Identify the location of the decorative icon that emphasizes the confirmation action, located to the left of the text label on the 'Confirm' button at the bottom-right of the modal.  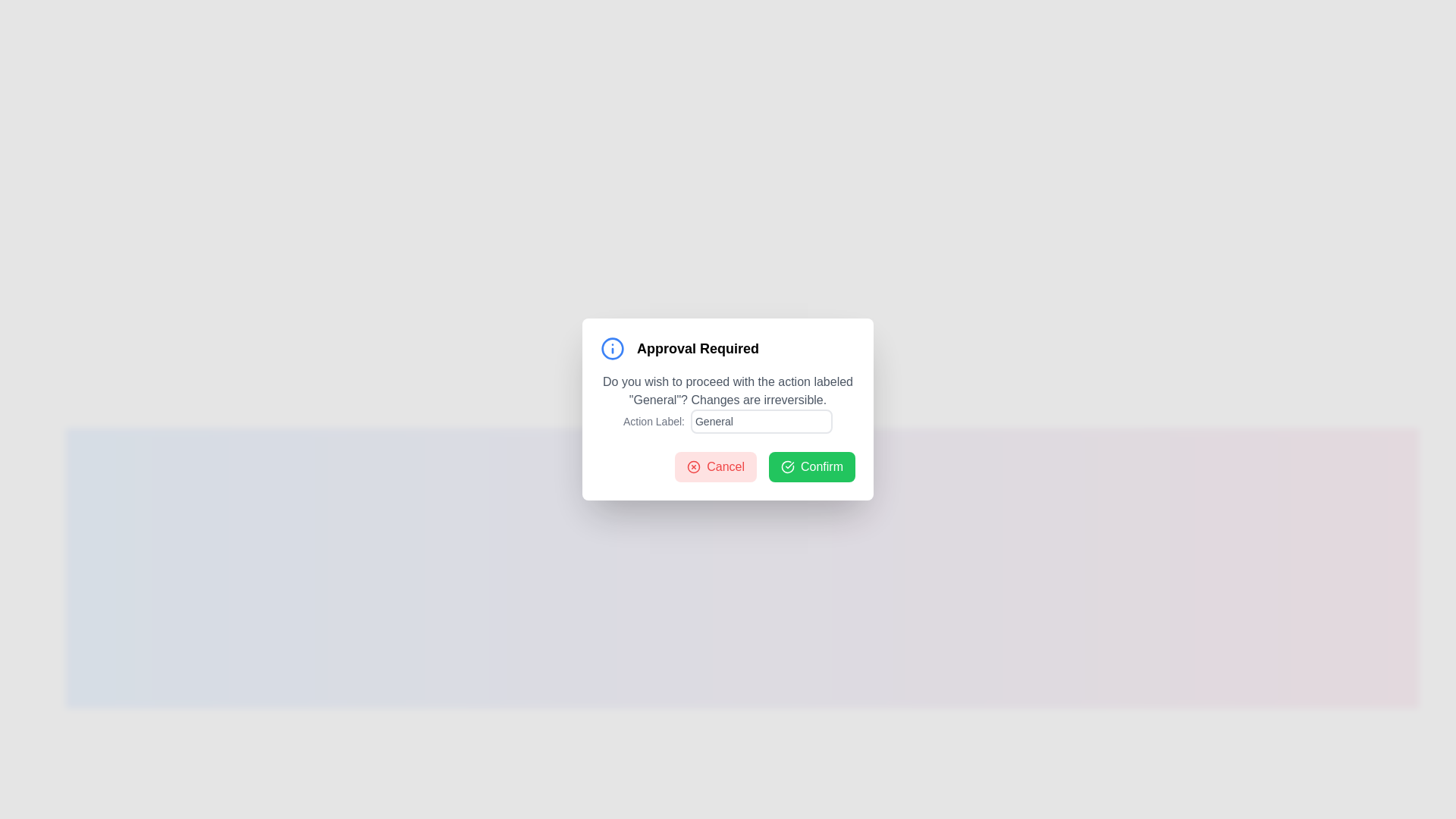
(787, 466).